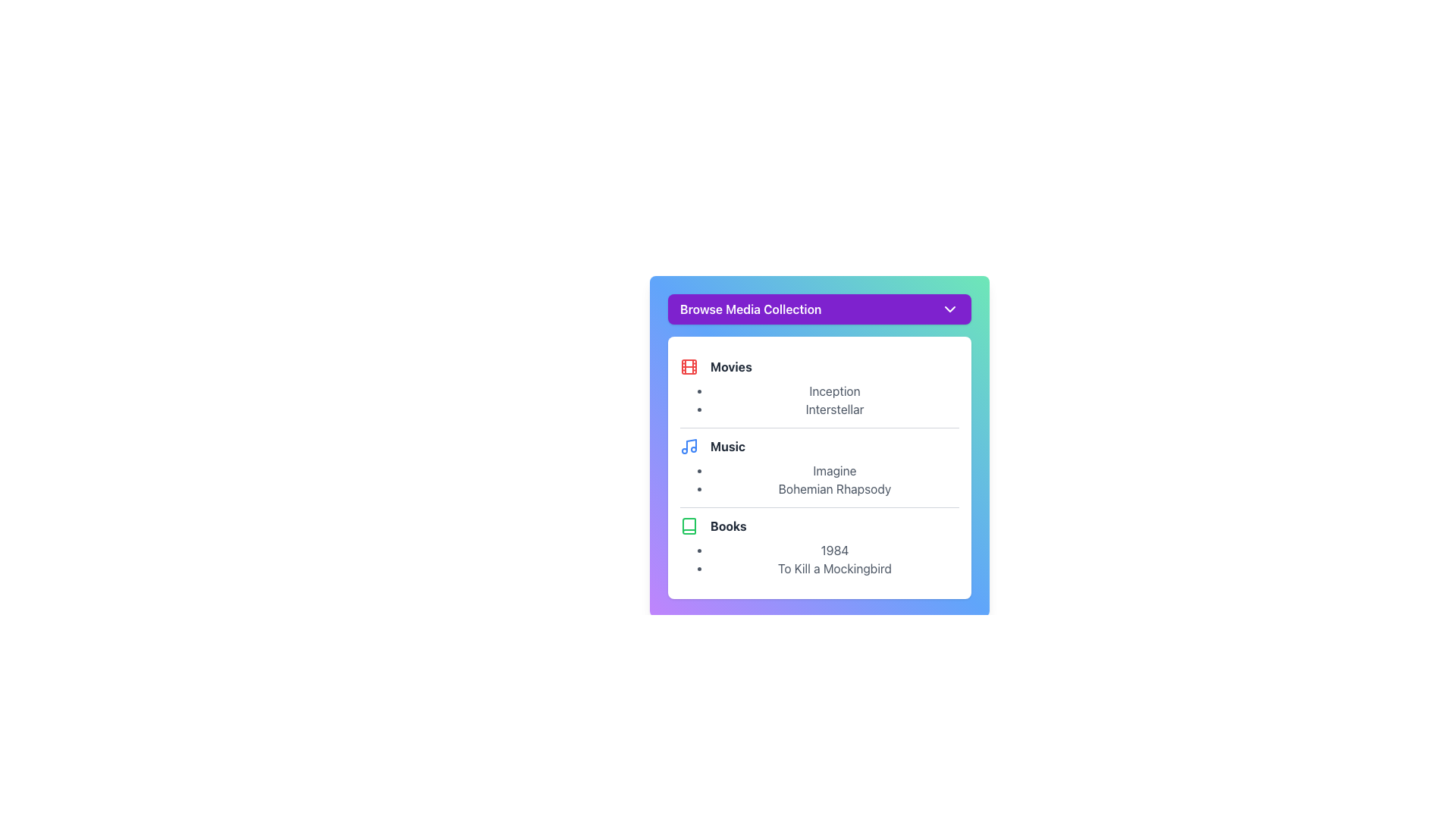 The height and width of the screenshot is (819, 1456). I want to click on the 'Books' icon located to the left of the text 'Books' for recognition, so click(688, 526).